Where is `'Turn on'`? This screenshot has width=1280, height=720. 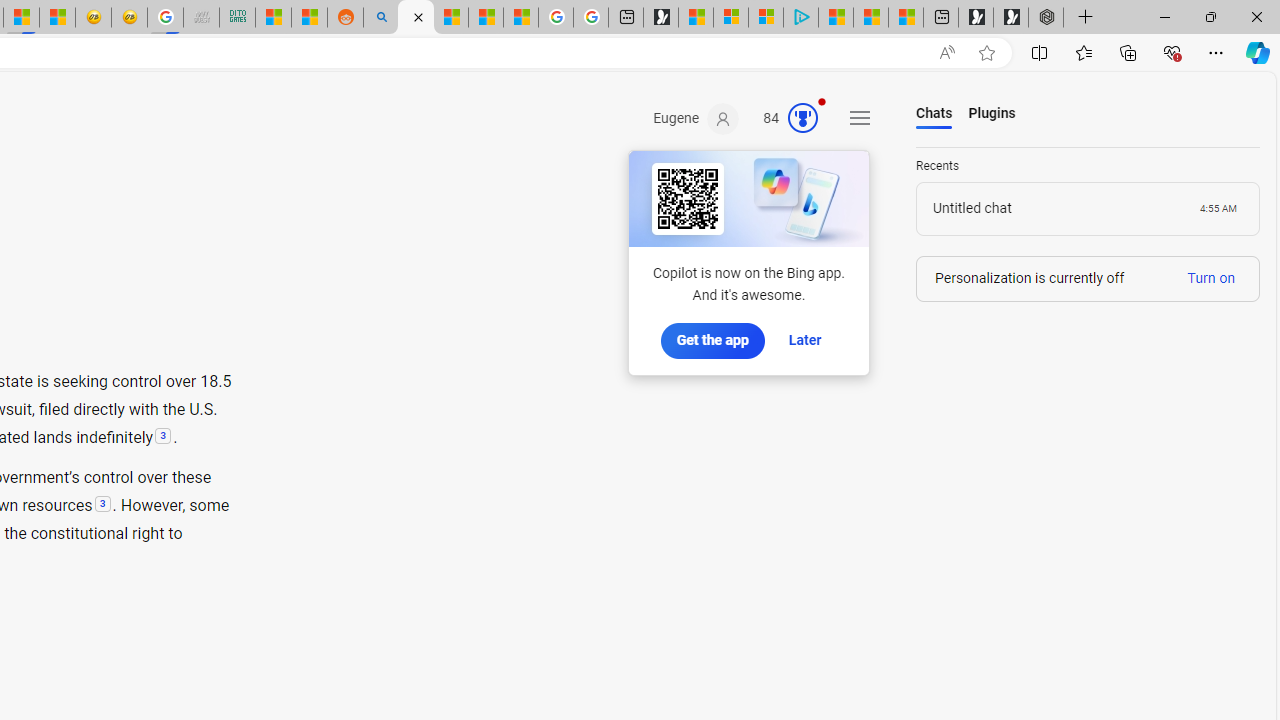
'Turn on' is located at coordinates (1210, 278).